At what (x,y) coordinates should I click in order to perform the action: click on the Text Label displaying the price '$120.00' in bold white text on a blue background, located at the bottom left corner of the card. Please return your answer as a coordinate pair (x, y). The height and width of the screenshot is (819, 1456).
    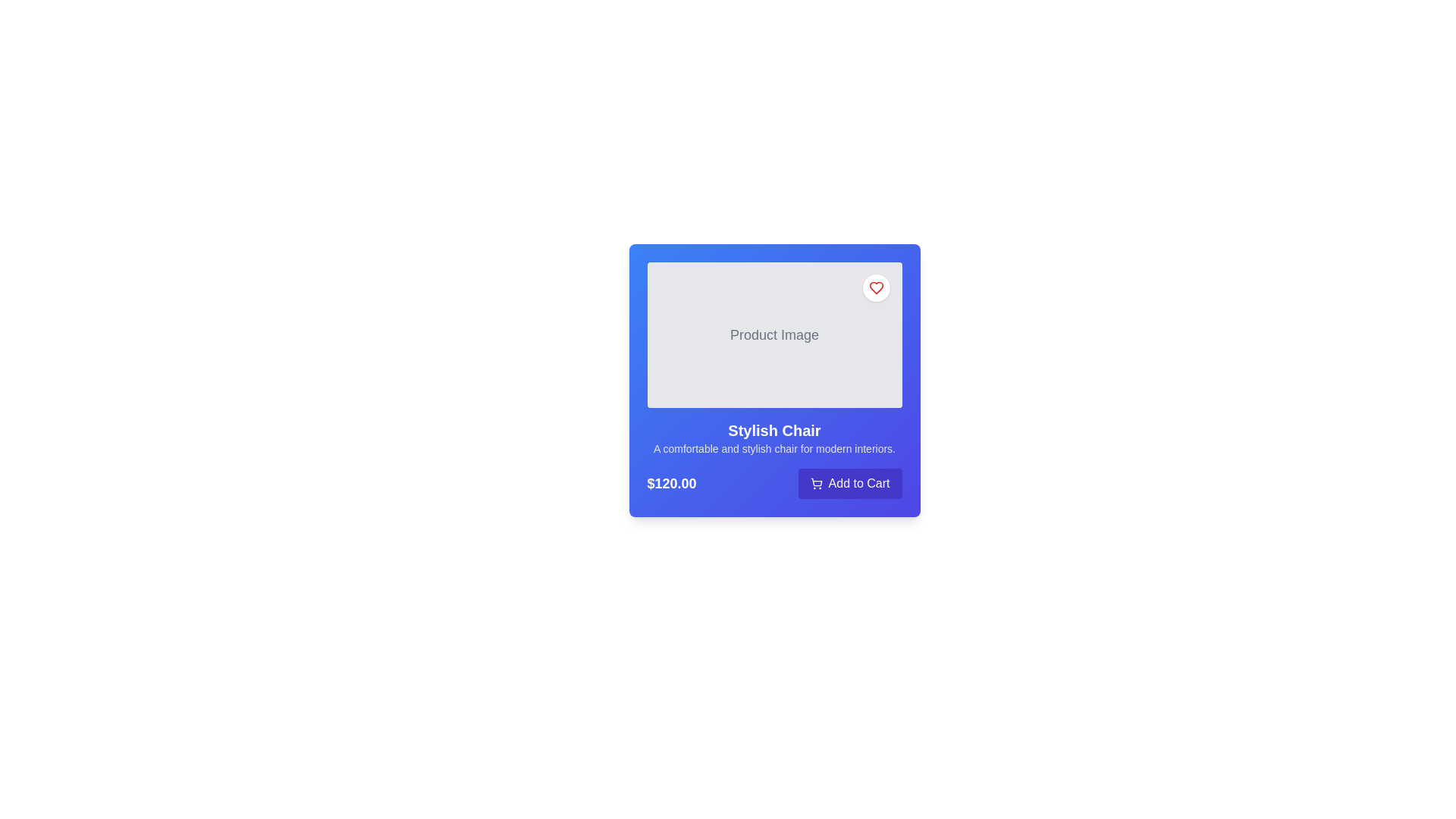
    Looking at the image, I should click on (671, 483).